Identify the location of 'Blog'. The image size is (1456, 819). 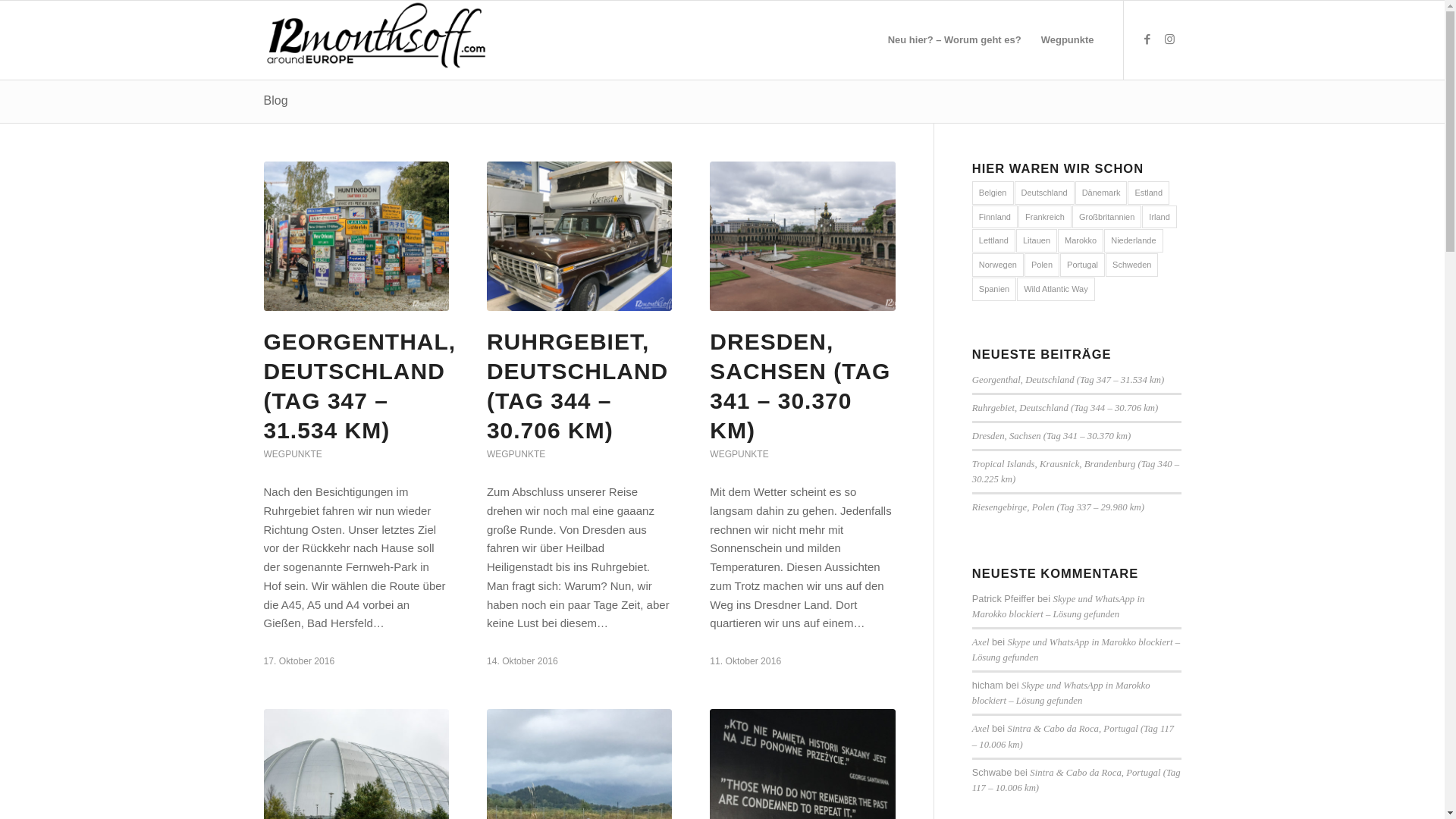
(276, 100).